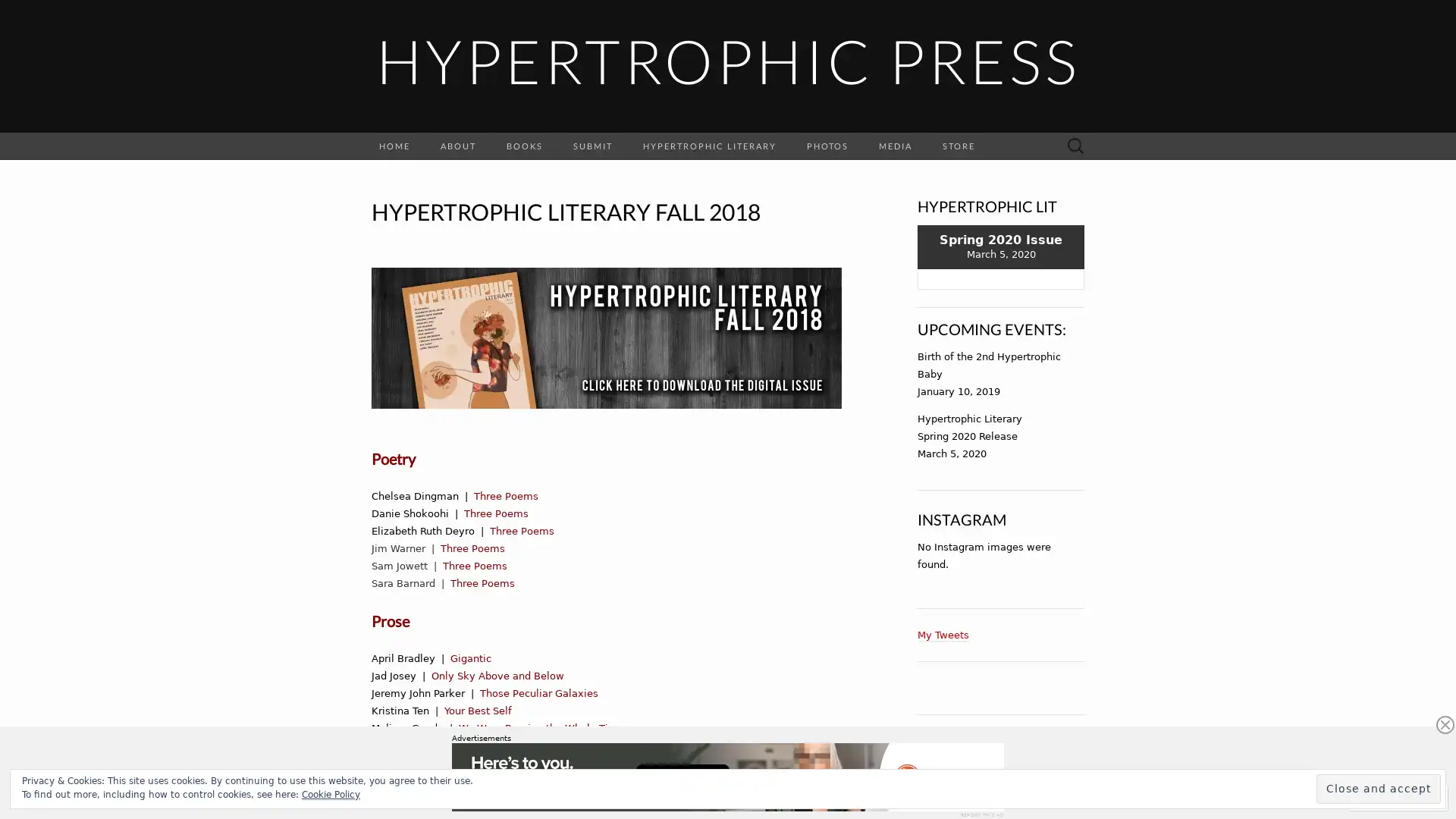 The width and height of the screenshot is (1456, 819). What do you see at coordinates (1379, 788) in the screenshot?
I see `Close and accept` at bounding box center [1379, 788].